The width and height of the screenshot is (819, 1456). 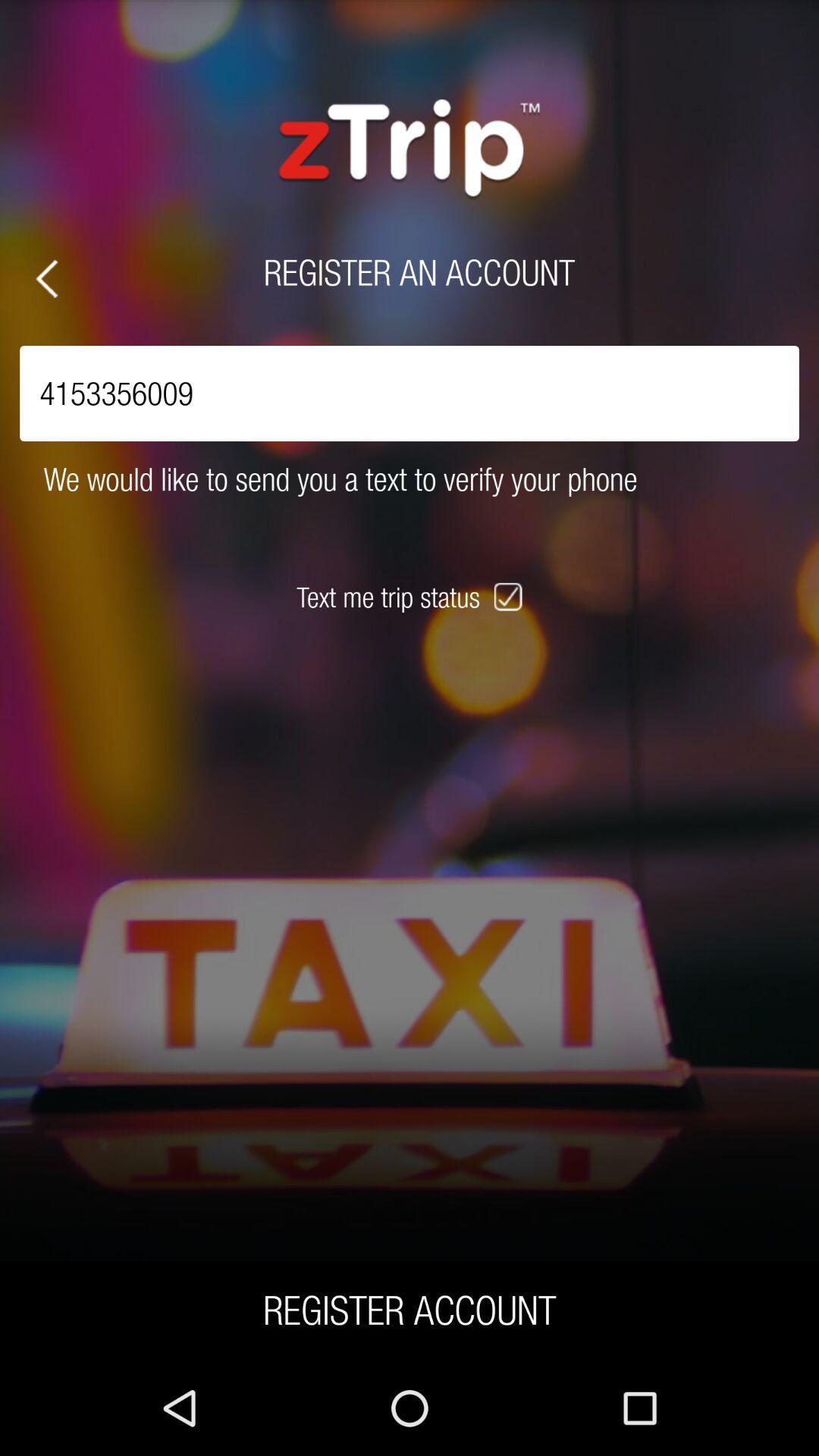 I want to click on 4153356009 icon, so click(x=409, y=393).